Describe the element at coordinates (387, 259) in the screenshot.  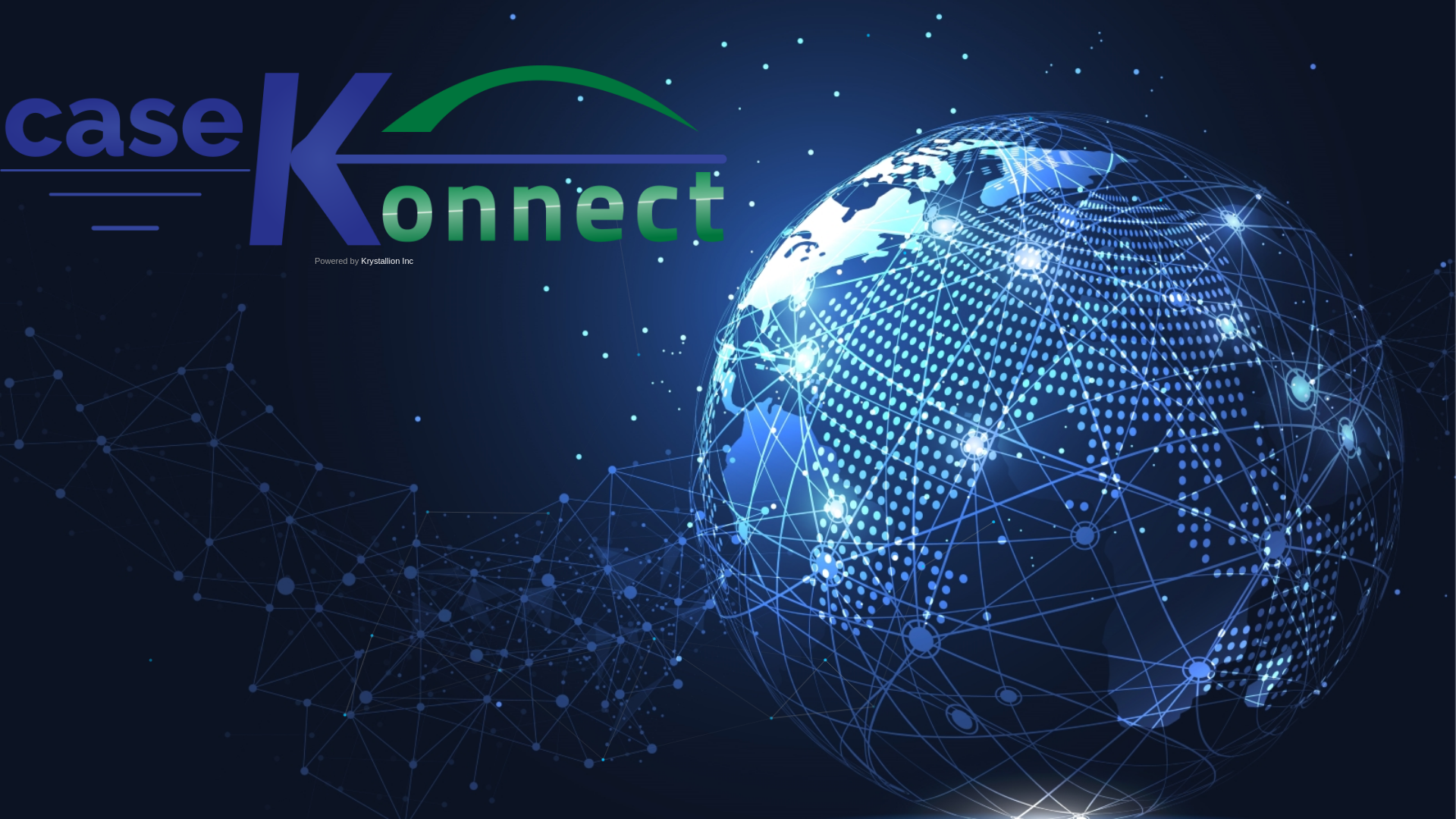
I see `'Krystallion Inc'` at that location.